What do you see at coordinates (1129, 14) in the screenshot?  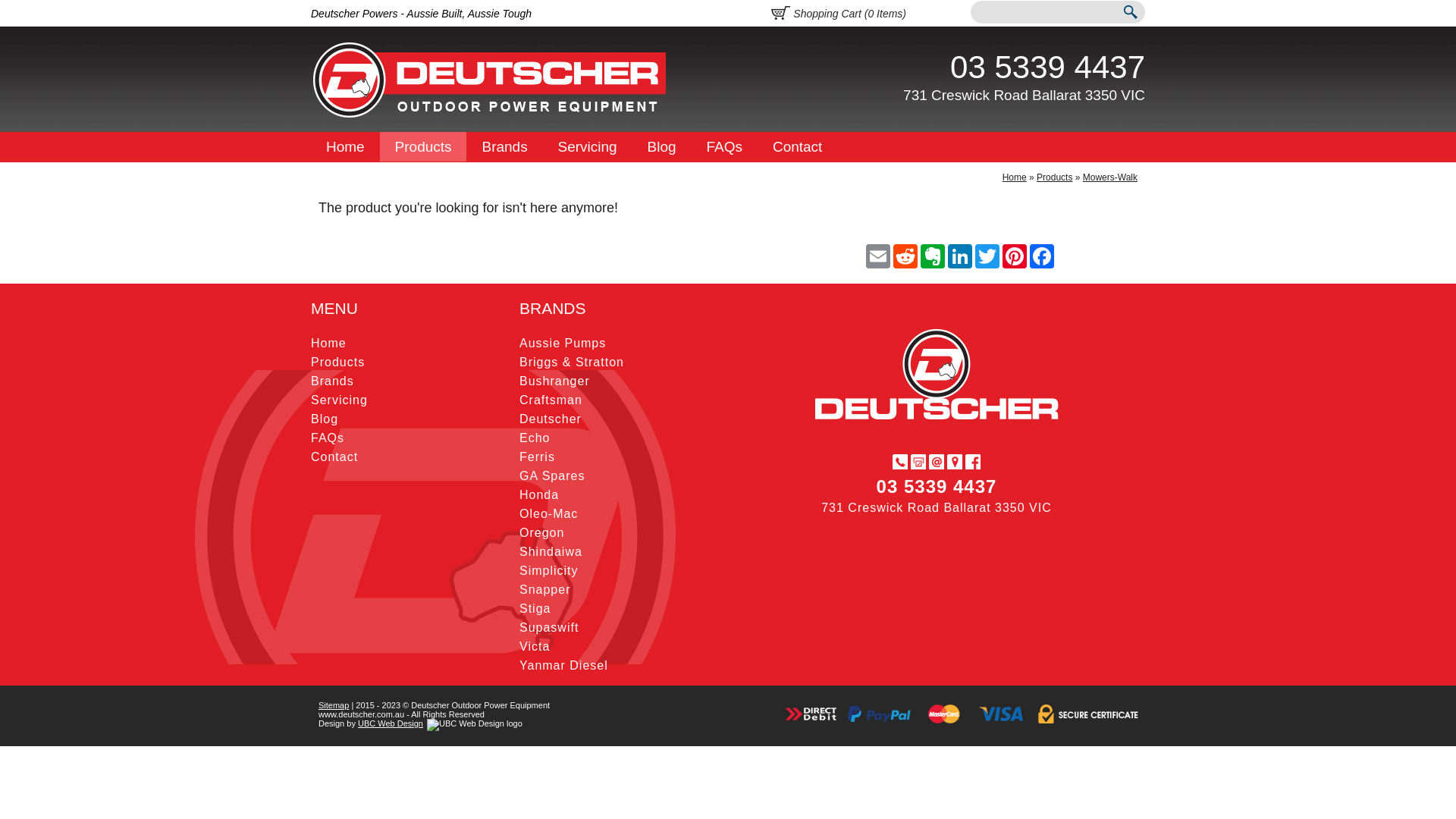 I see `'Search'` at bounding box center [1129, 14].